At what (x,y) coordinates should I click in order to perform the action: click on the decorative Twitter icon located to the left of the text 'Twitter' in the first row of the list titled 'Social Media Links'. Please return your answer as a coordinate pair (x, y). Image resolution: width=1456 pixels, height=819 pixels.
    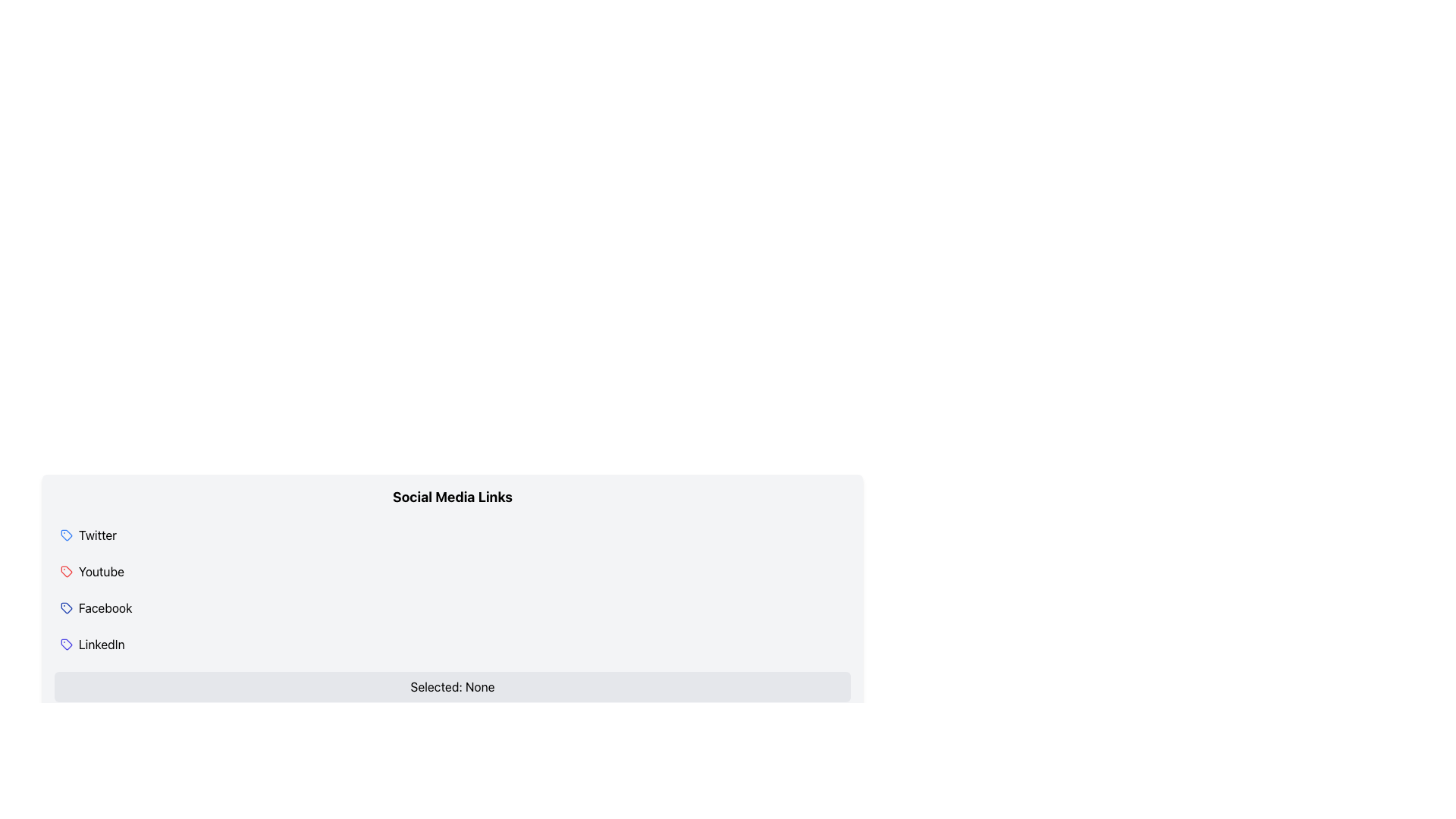
    Looking at the image, I should click on (65, 534).